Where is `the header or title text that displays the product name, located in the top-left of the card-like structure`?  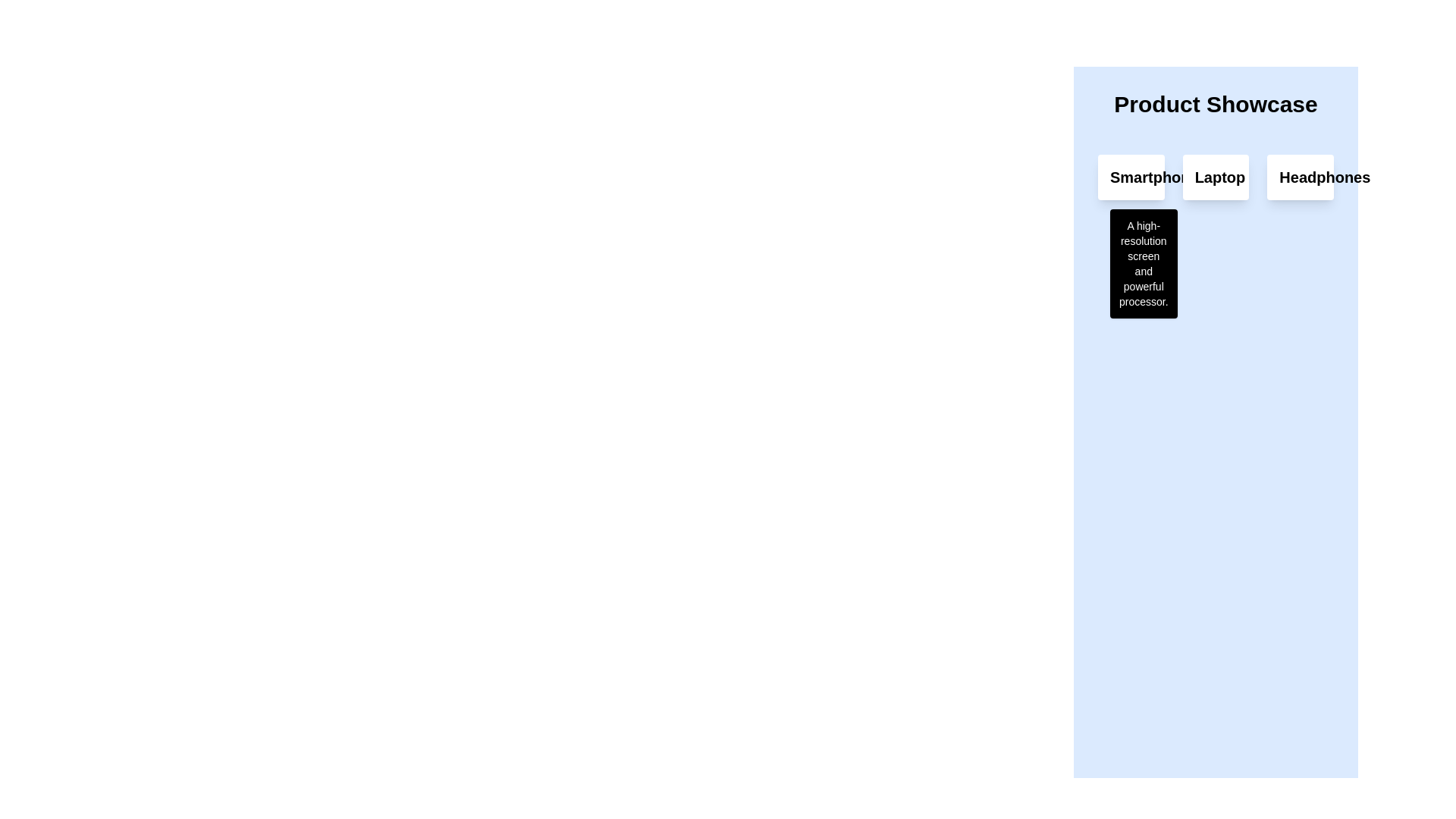 the header or title text that displays the product name, located in the top-left of the card-like structure is located at coordinates (1131, 177).